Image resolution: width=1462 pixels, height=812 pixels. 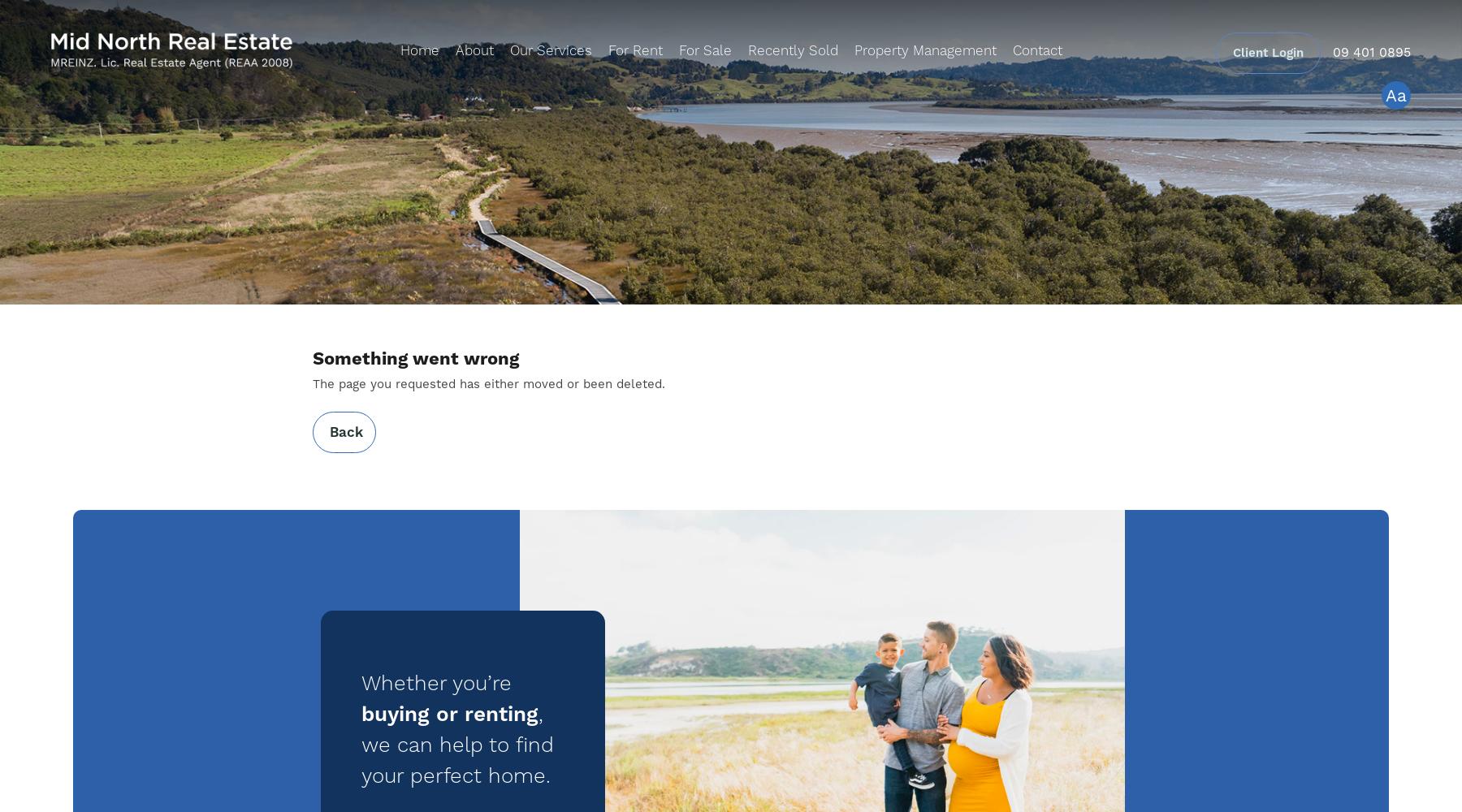 What do you see at coordinates (549, 50) in the screenshot?
I see `'Our Services'` at bounding box center [549, 50].